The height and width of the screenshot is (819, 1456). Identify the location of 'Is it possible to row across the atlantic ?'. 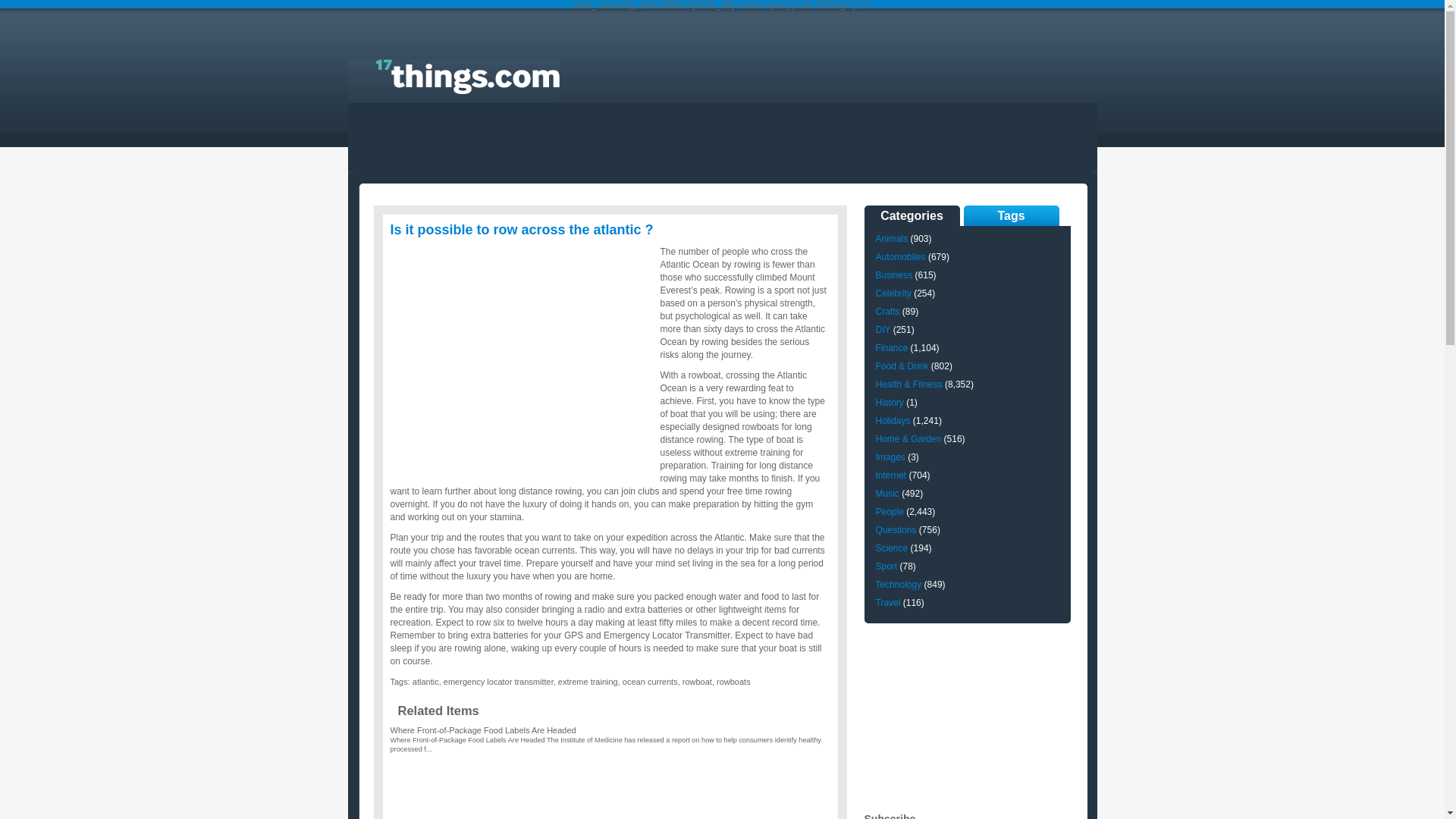
(521, 230).